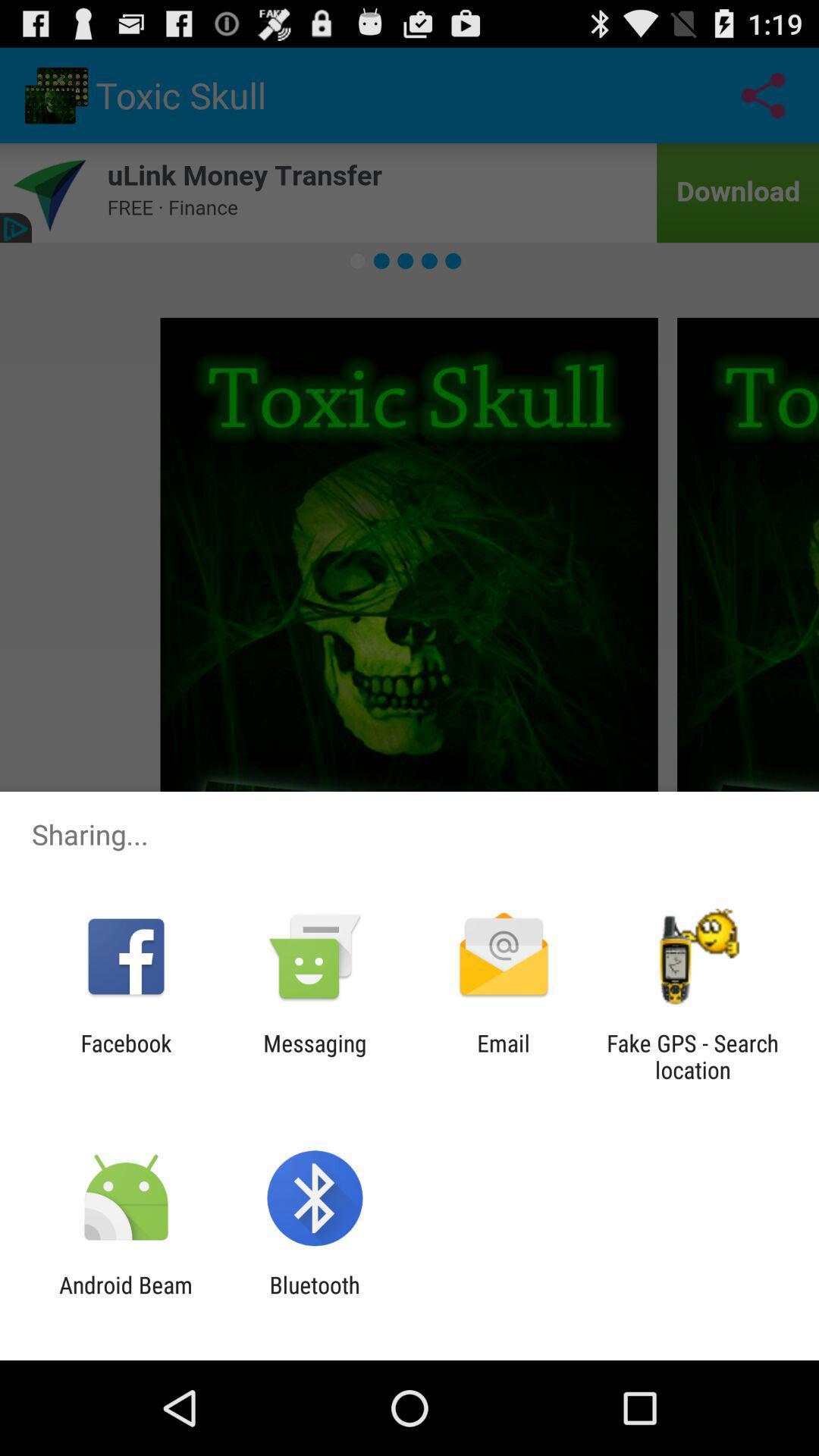  I want to click on item to the left of the fake gps search icon, so click(504, 1056).